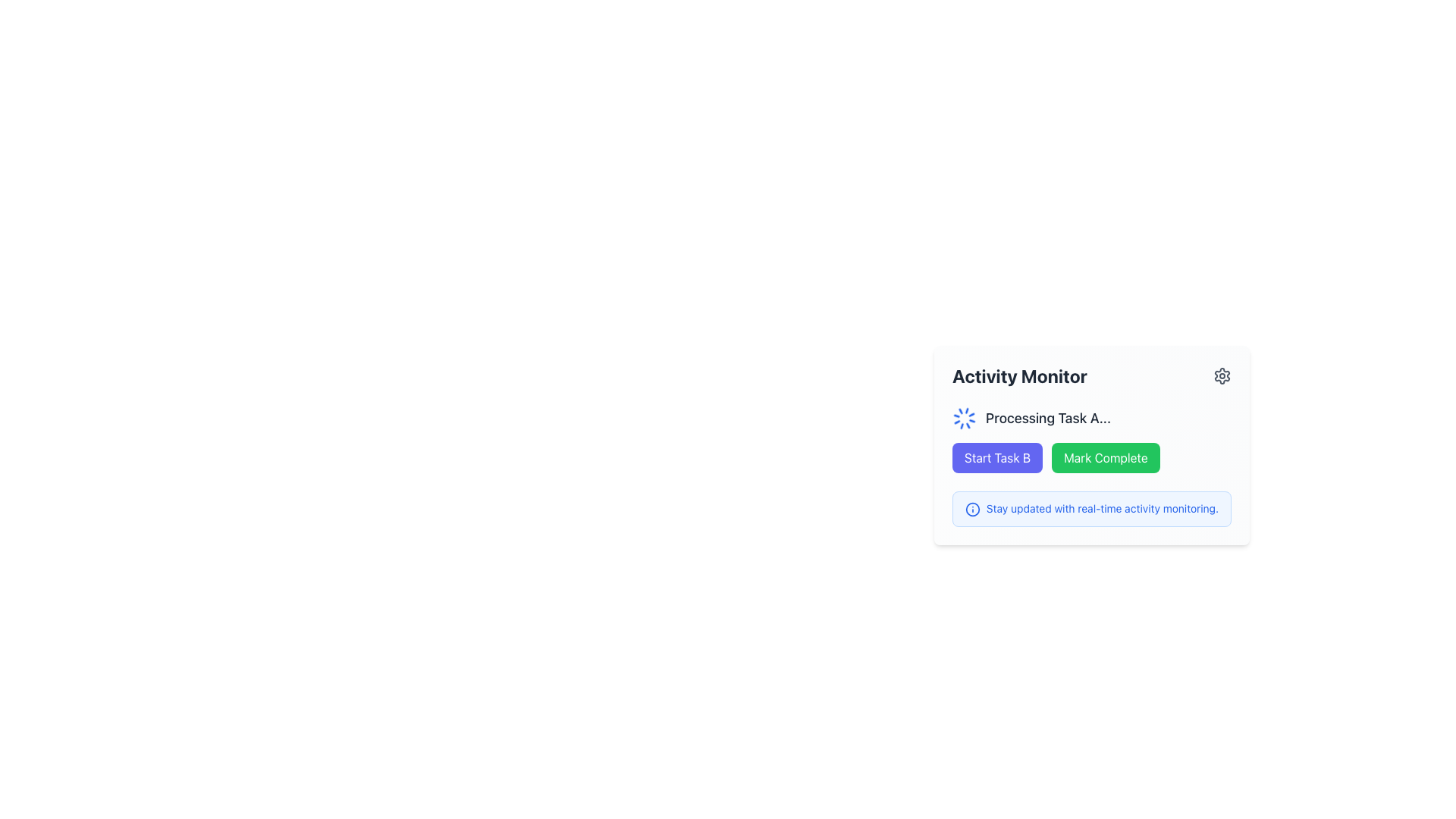 This screenshot has width=1456, height=819. Describe the element at coordinates (1106, 457) in the screenshot. I see `the 'Mark Complete' button, which is a green rectangular button with white centered text, located in the 'Activity Monitor' section to the right of the 'Start Task B' button` at that location.